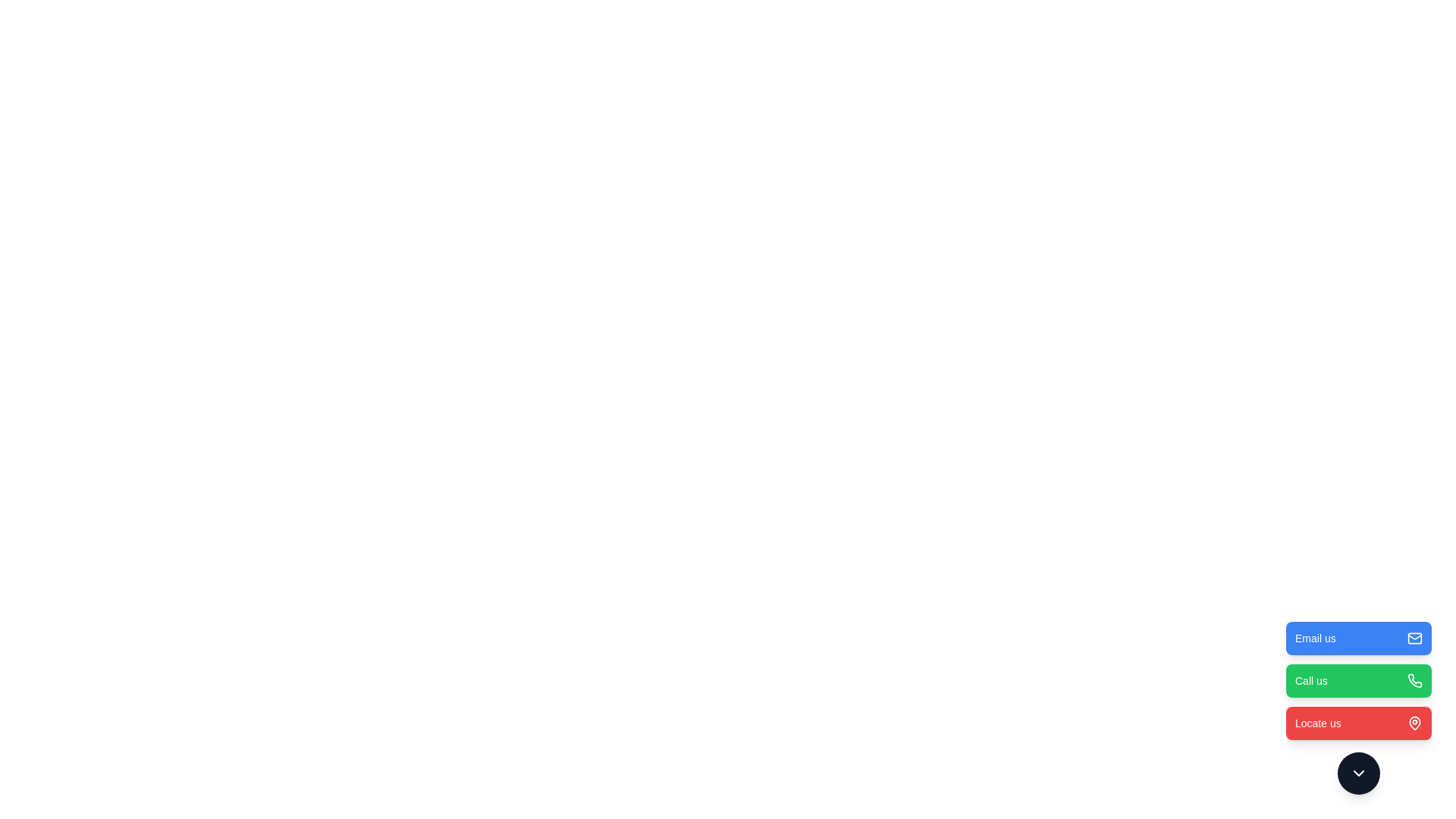  I want to click on the 'Locate us' button to trigger its action, so click(1358, 722).